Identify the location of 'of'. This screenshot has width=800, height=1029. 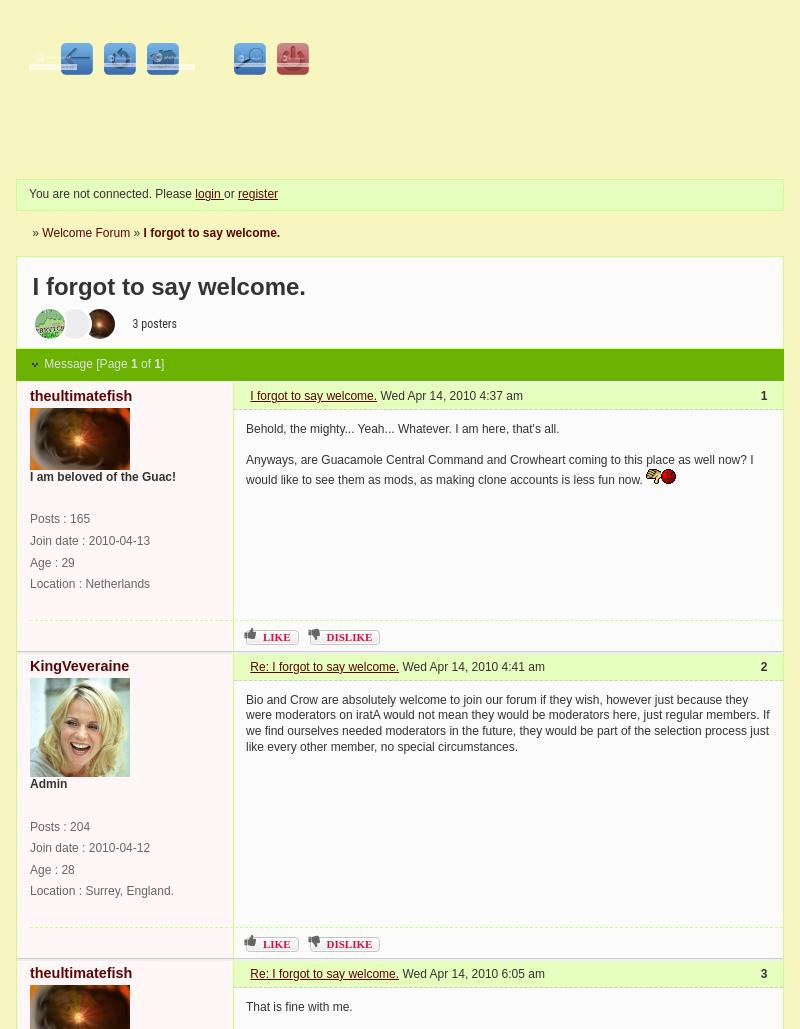
(145, 363).